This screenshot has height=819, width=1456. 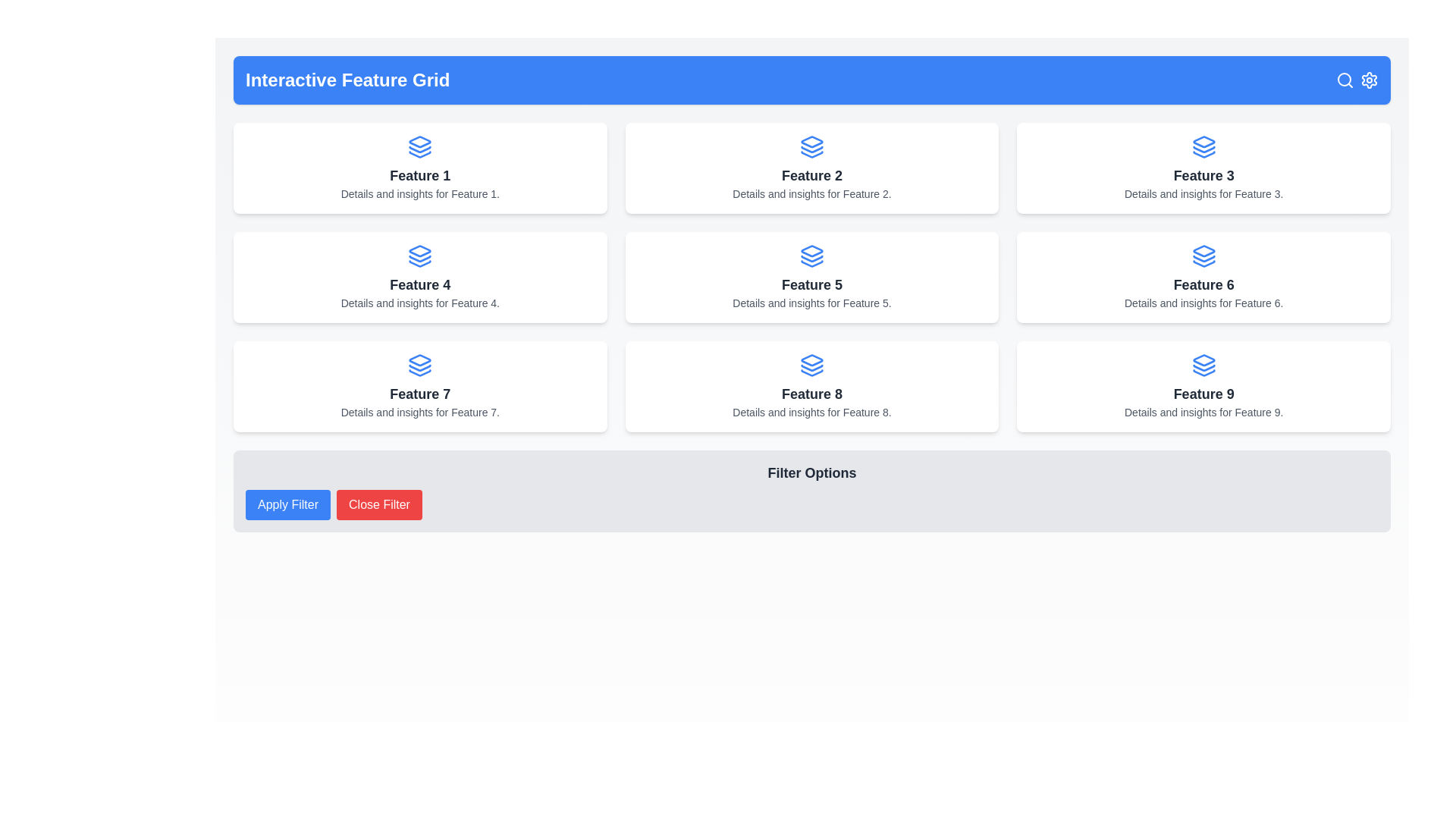 What do you see at coordinates (1203, 168) in the screenshot?
I see `the rightmost card labeled 'Feature 3' which has a blue icon resembling layered squares and a bold title in black` at bounding box center [1203, 168].